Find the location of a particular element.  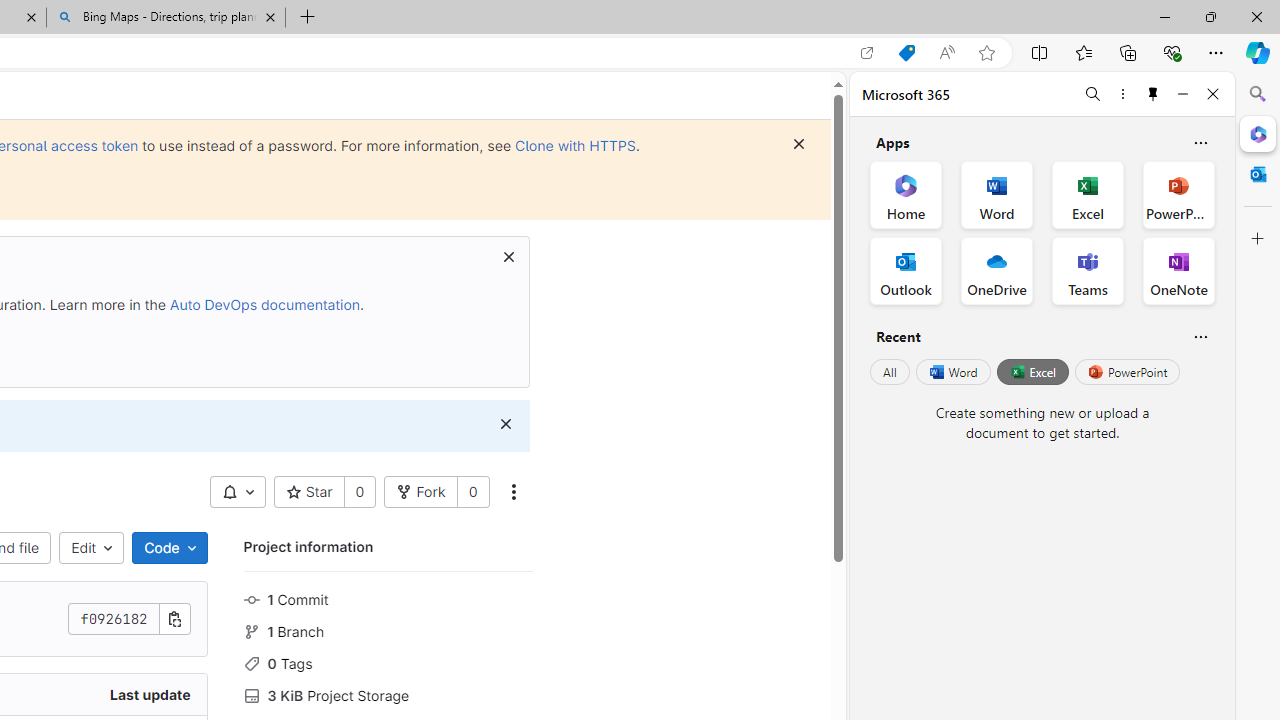

'Excel' is located at coordinates (1032, 372).